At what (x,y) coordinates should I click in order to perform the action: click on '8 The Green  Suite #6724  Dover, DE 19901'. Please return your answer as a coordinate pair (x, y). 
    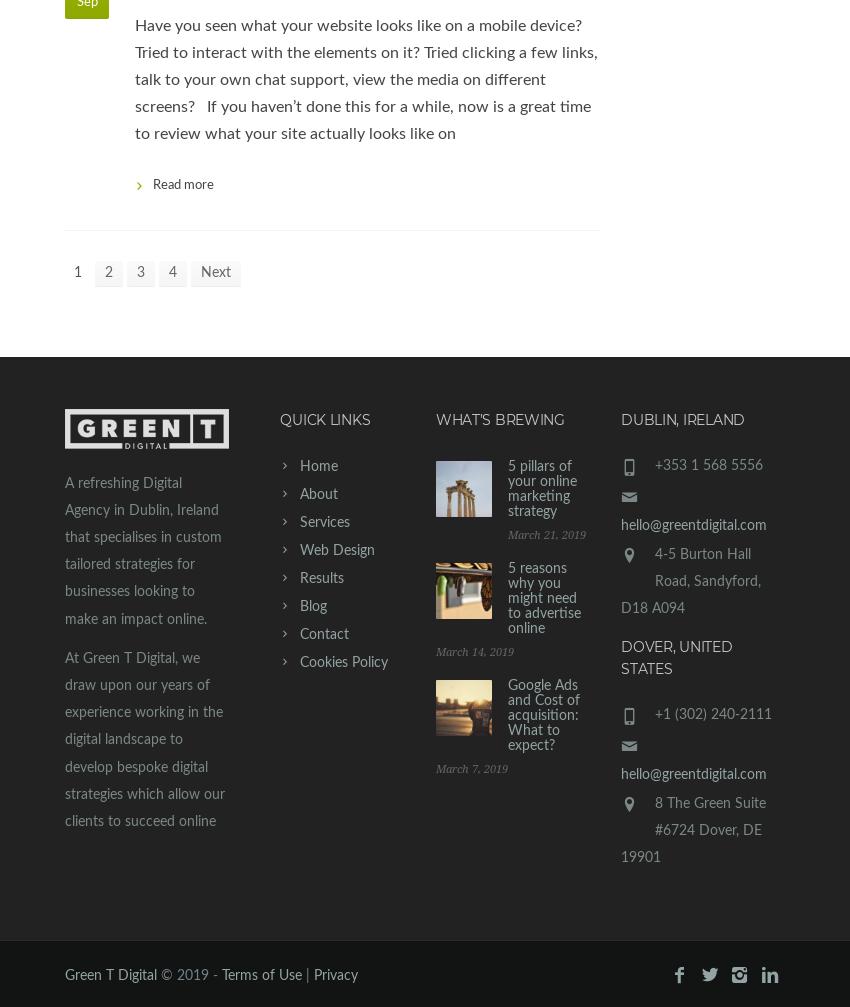
    Looking at the image, I should click on (620, 829).